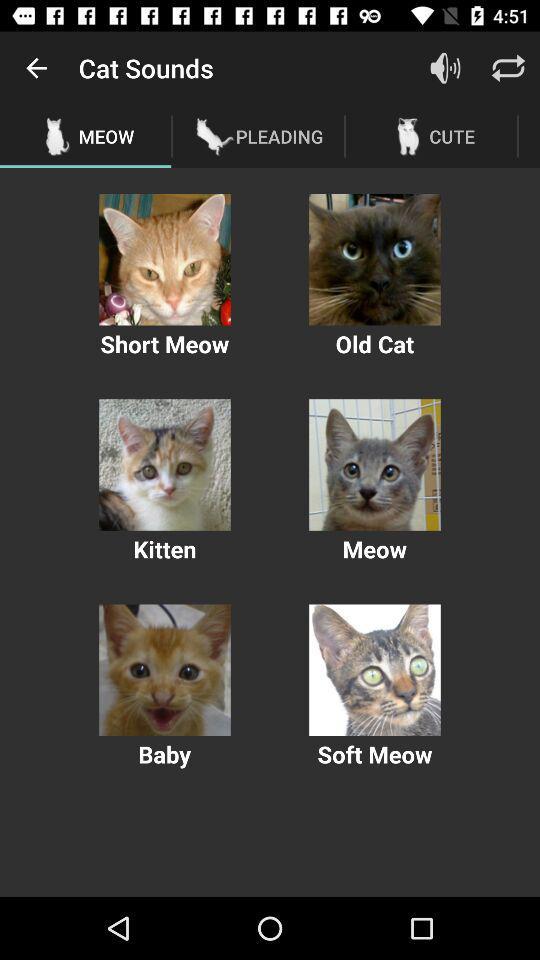 This screenshot has height=960, width=540. What do you see at coordinates (36, 68) in the screenshot?
I see `the item next to the cat sounds` at bounding box center [36, 68].